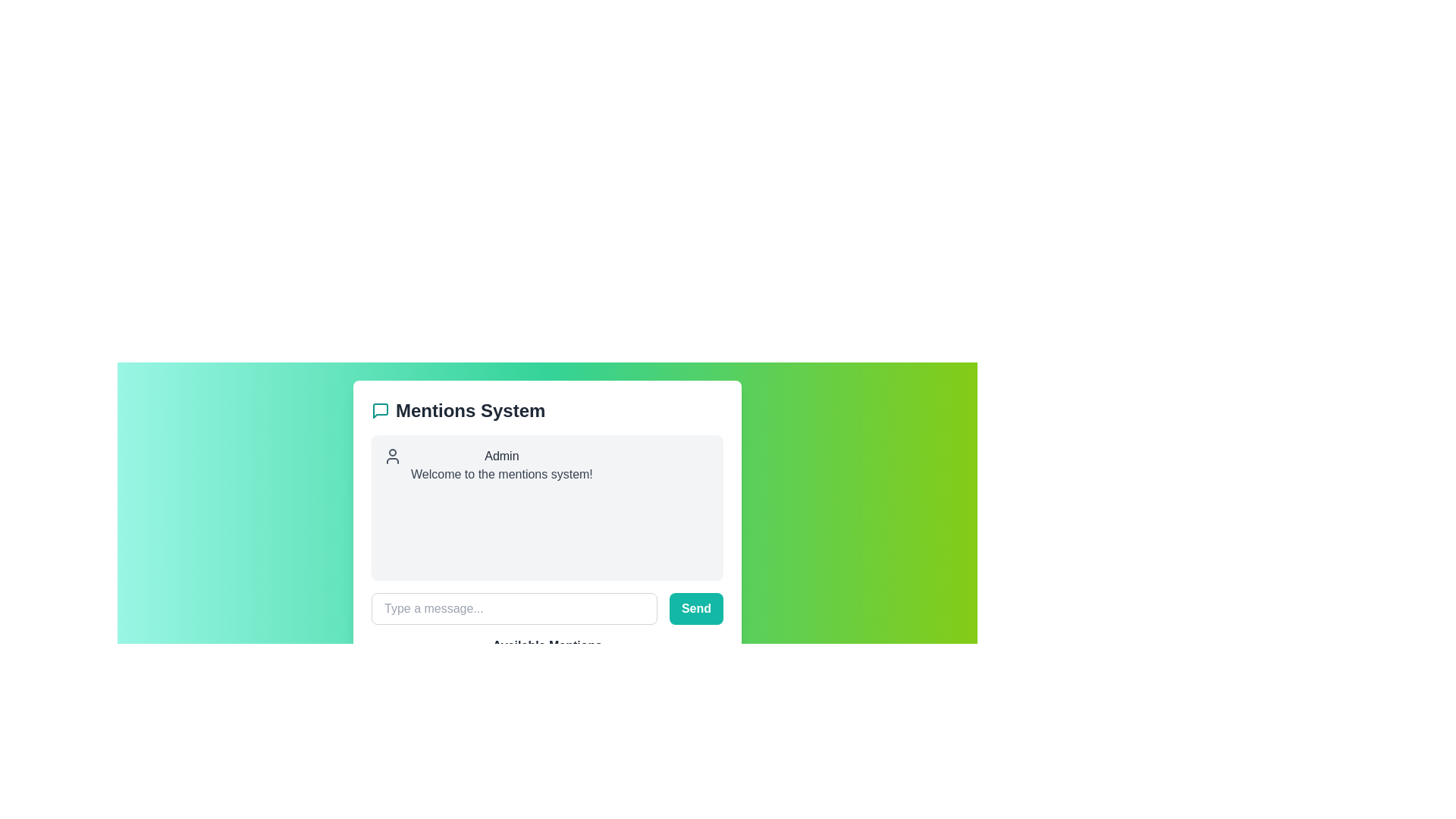 Image resolution: width=1456 pixels, height=819 pixels. Describe the element at coordinates (501, 473) in the screenshot. I see `the text label that reads 'Welcome to the mentions system!', which is styled with a gray font and located below the 'Admin' text in a chat-like interface` at that location.